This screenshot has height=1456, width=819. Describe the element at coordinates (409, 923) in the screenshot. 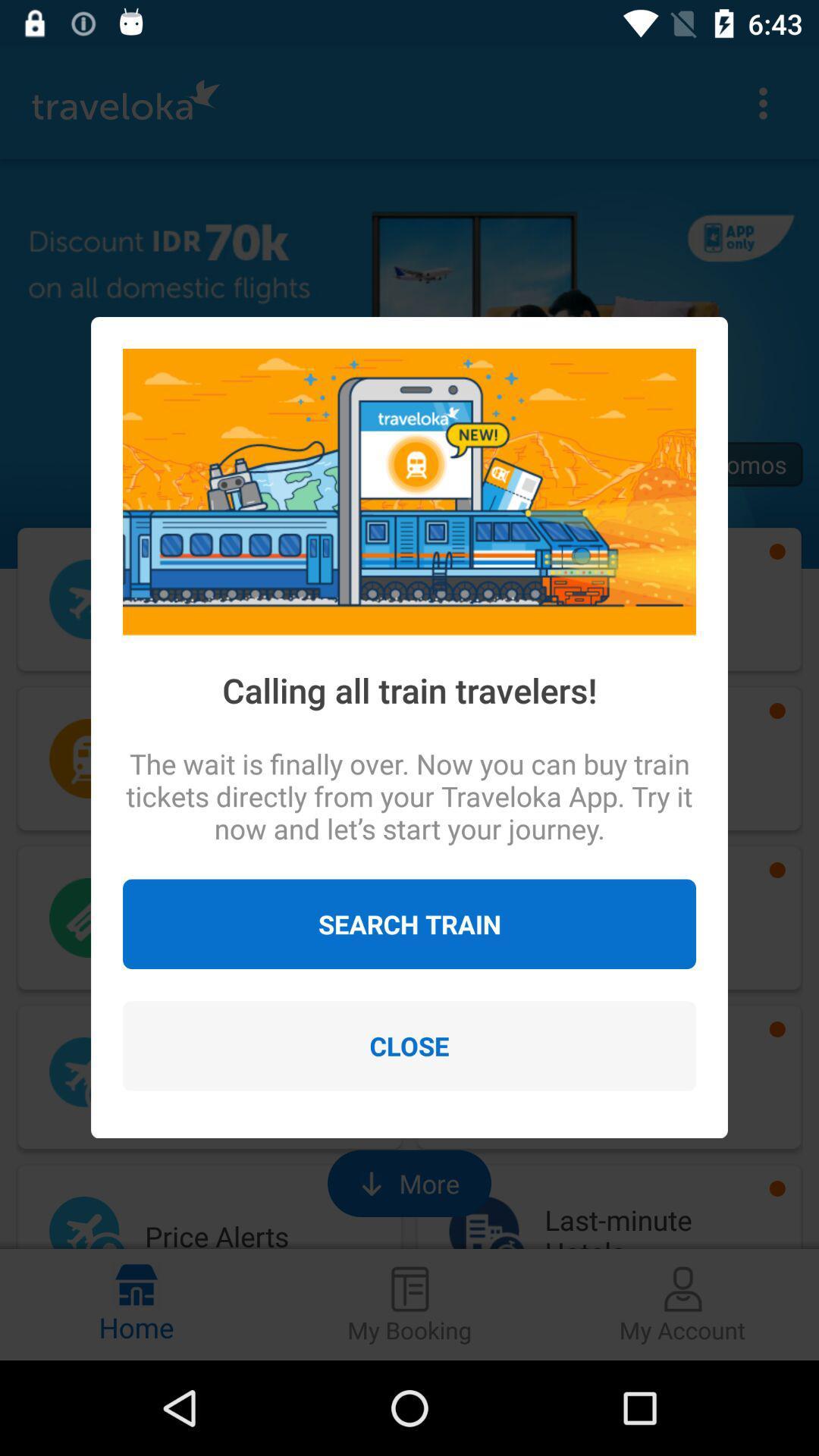

I see `the search train icon` at that location.